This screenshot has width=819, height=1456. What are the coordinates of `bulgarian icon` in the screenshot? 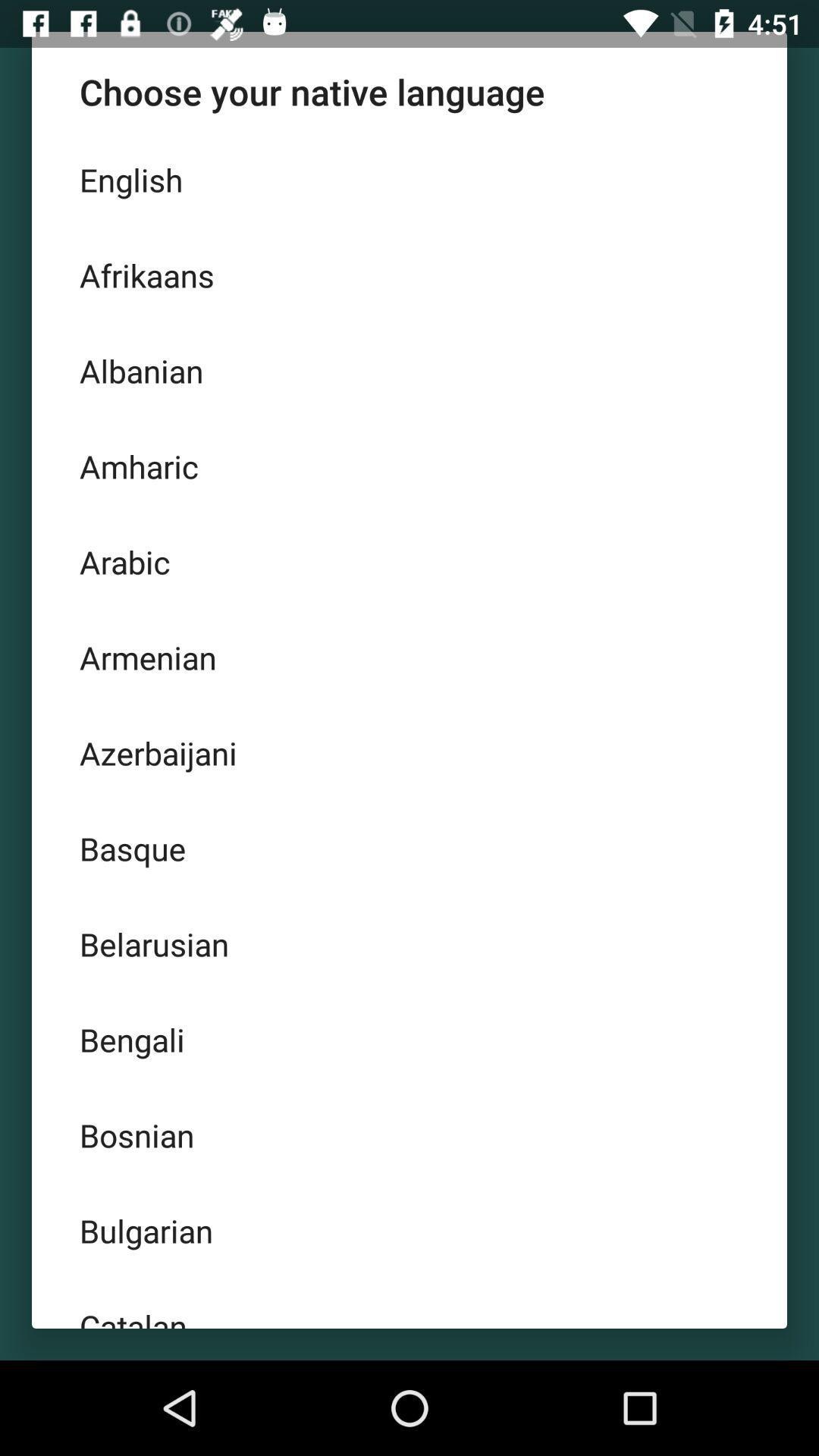 It's located at (409, 1230).